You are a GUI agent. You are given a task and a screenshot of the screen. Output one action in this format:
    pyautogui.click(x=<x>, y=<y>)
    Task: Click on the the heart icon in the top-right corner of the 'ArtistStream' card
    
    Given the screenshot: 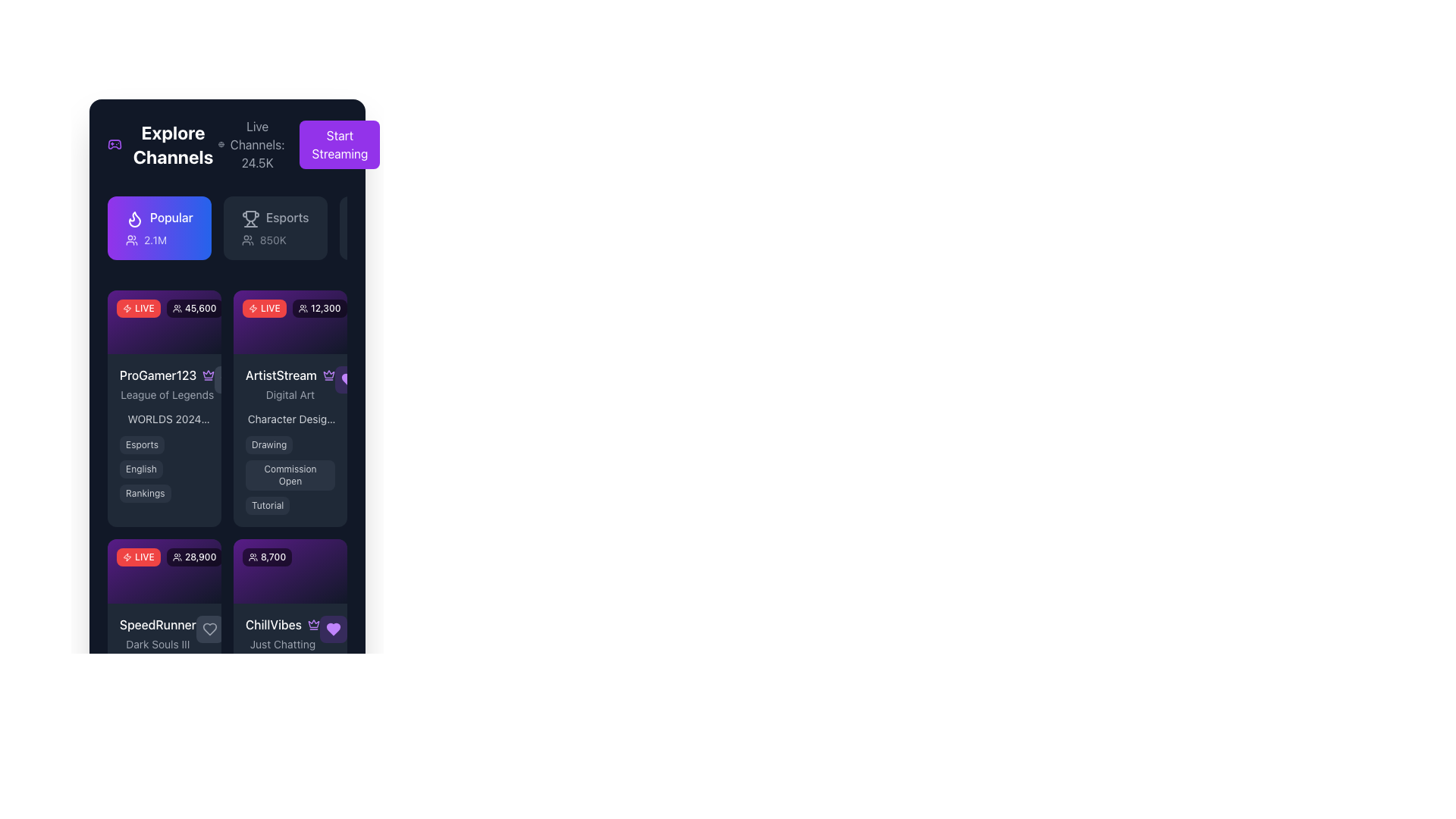 What is the action you would take?
    pyautogui.click(x=348, y=379)
    